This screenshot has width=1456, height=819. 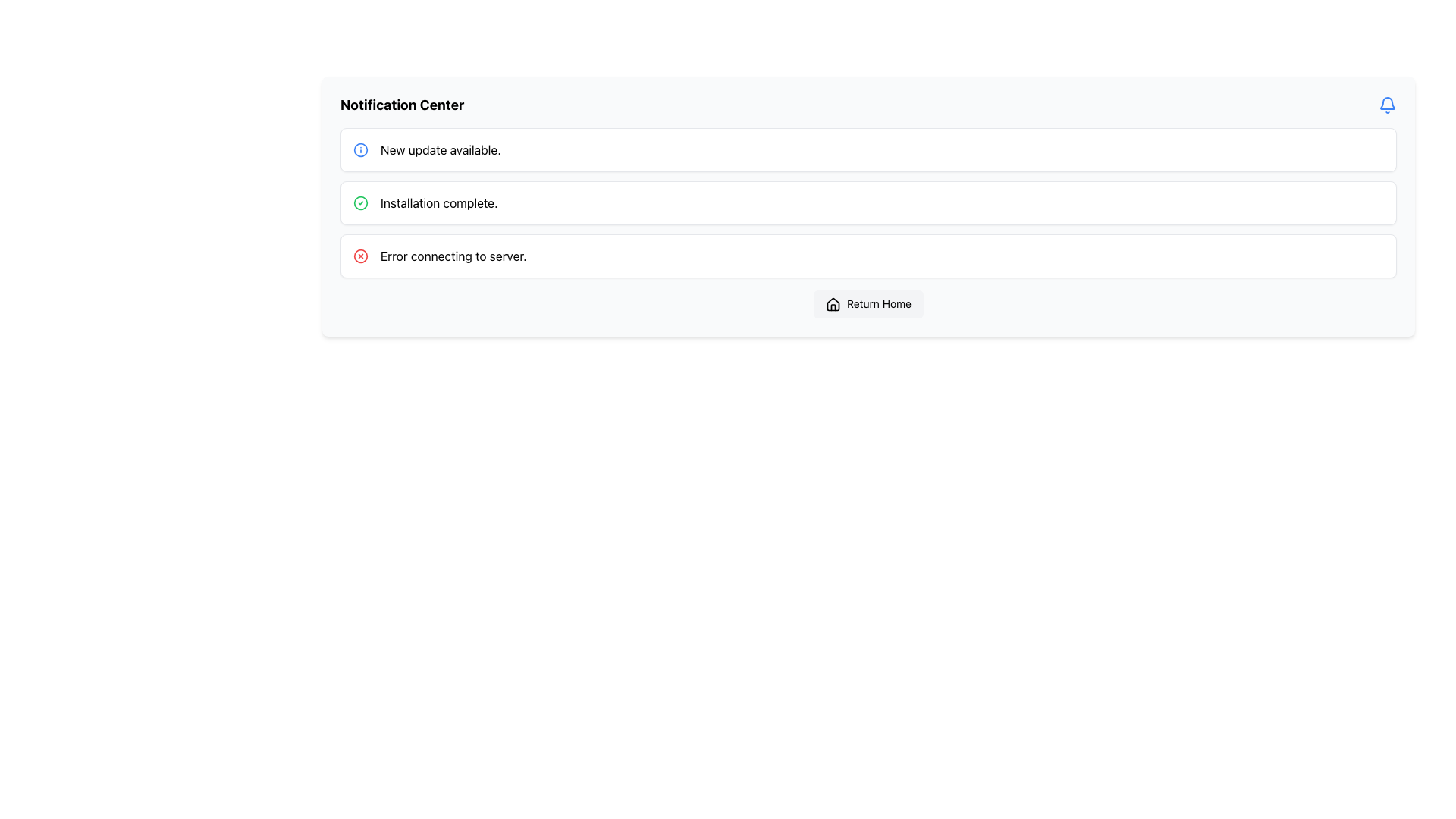 I want to click on message displayed in the text label which says 'Installation complete.' located in the second row of notifications, below 'New update available.' and above 'Error connecting to server.', so click(x=438, y=202).